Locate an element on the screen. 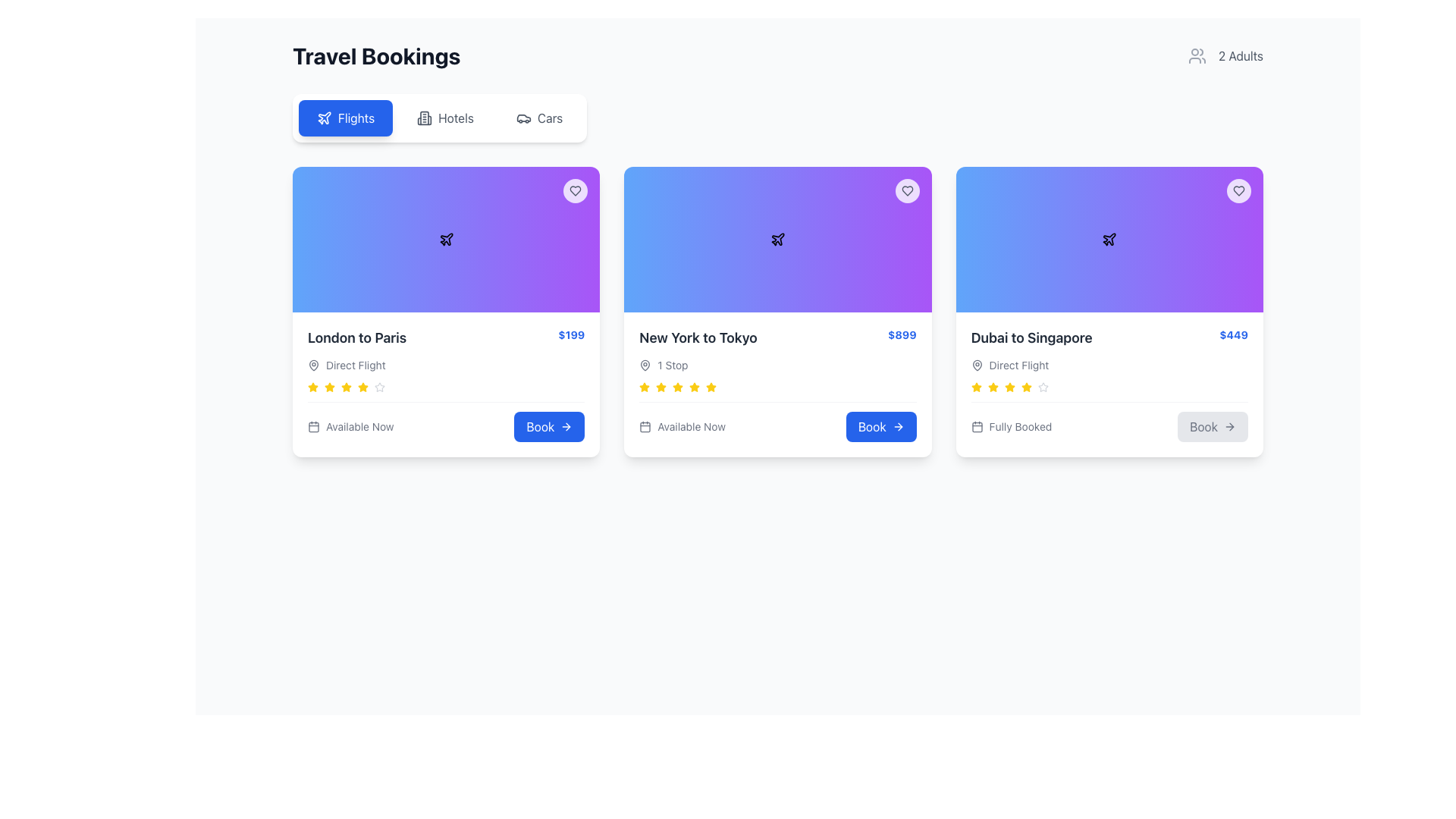  the fifth yellow star icon in the rating component located below the title "Dubai to Singapore" in the third card of the list is located at coordinates (1026, 386).